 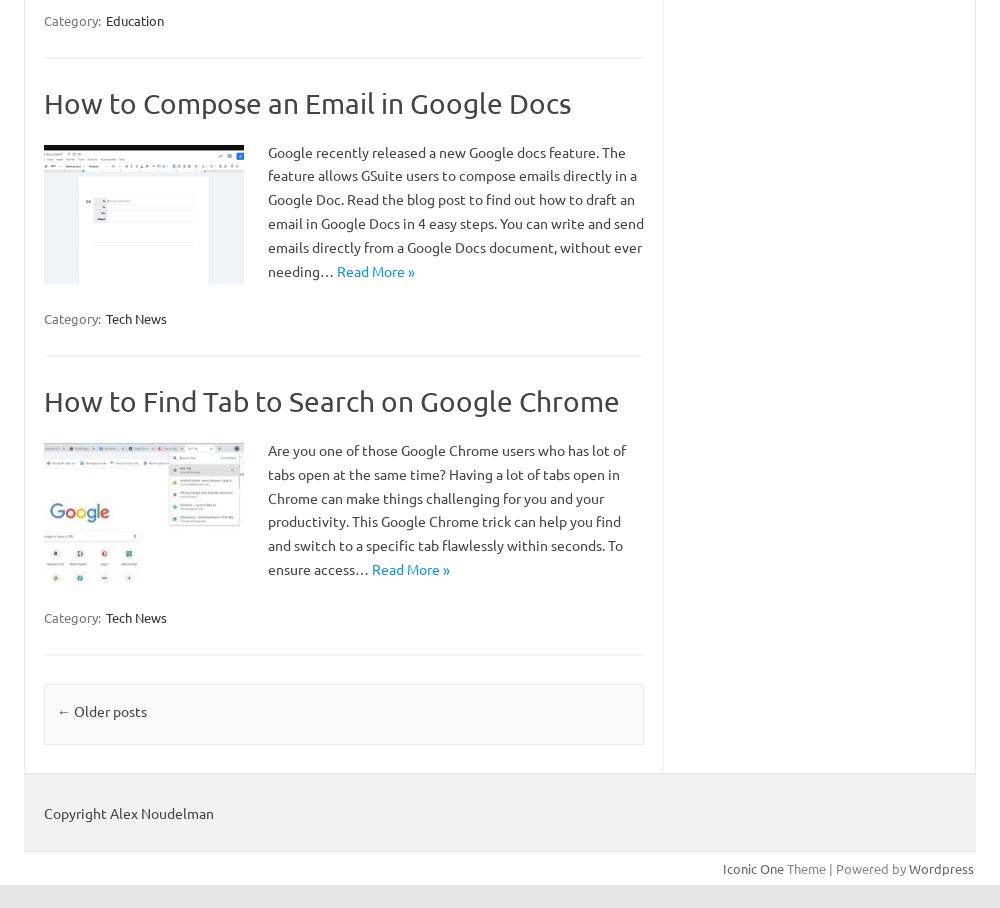 What do you see at coordinates (108, 708) in the screenshot?
I see `'Older posts'` at bounding box center [108, 708].